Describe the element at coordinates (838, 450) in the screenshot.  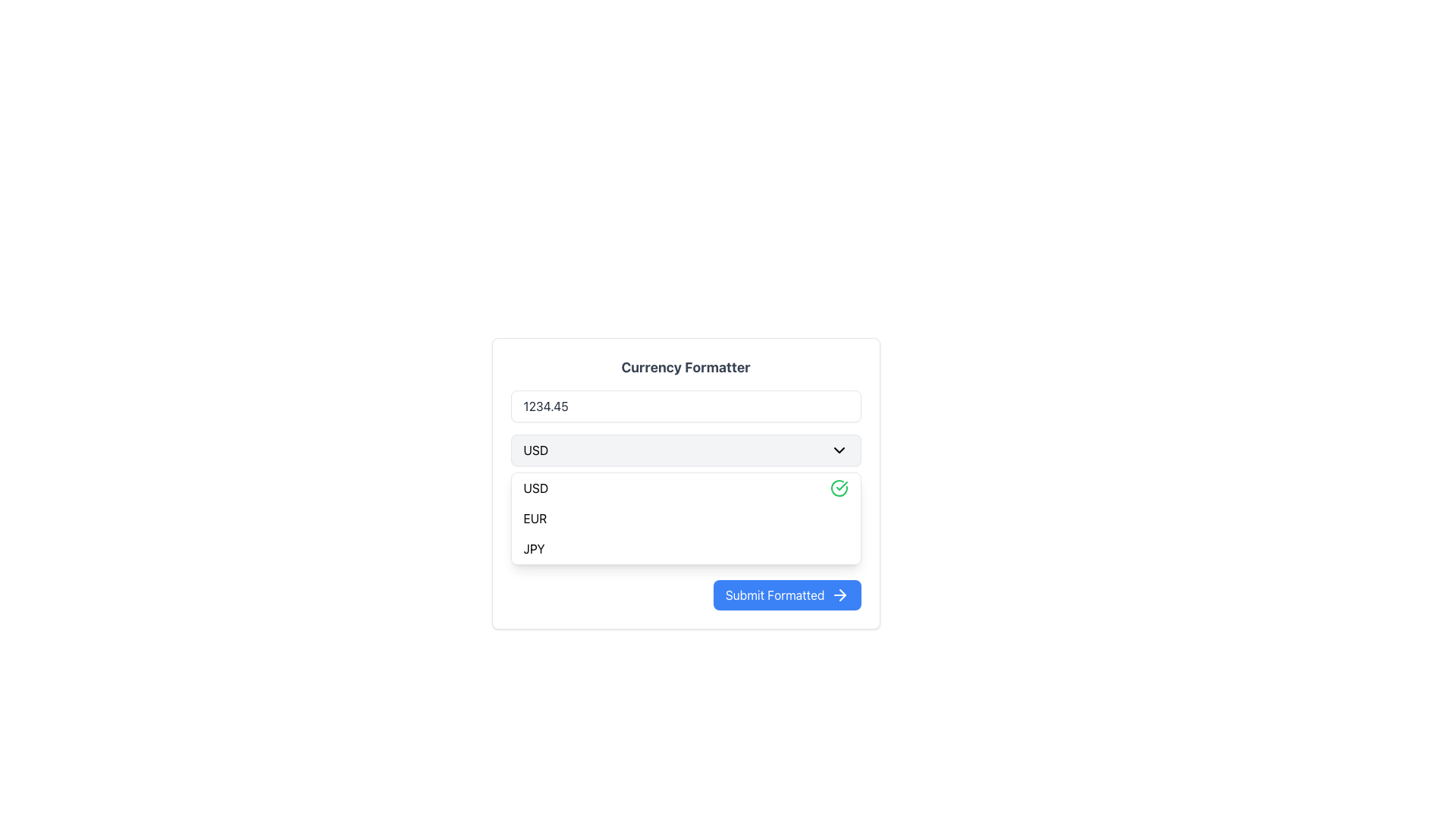
I see `the collapsible icon located on the right side of the 'USD' text` at that location.